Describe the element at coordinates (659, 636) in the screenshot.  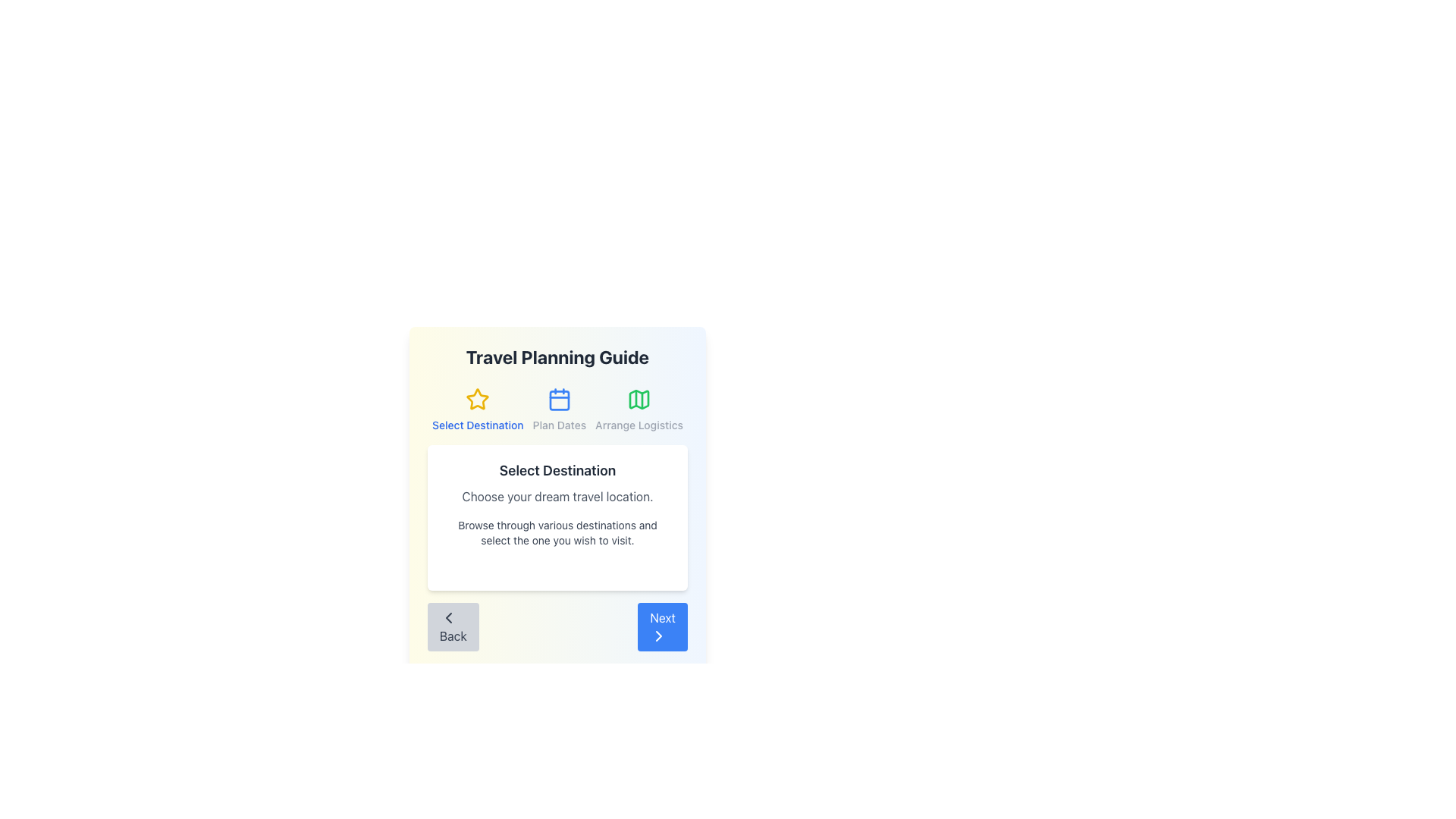
I see `the directional chevron icon pointing right, which is located inside the 'Next' button in the bottom-right corner of the interface` at that location.